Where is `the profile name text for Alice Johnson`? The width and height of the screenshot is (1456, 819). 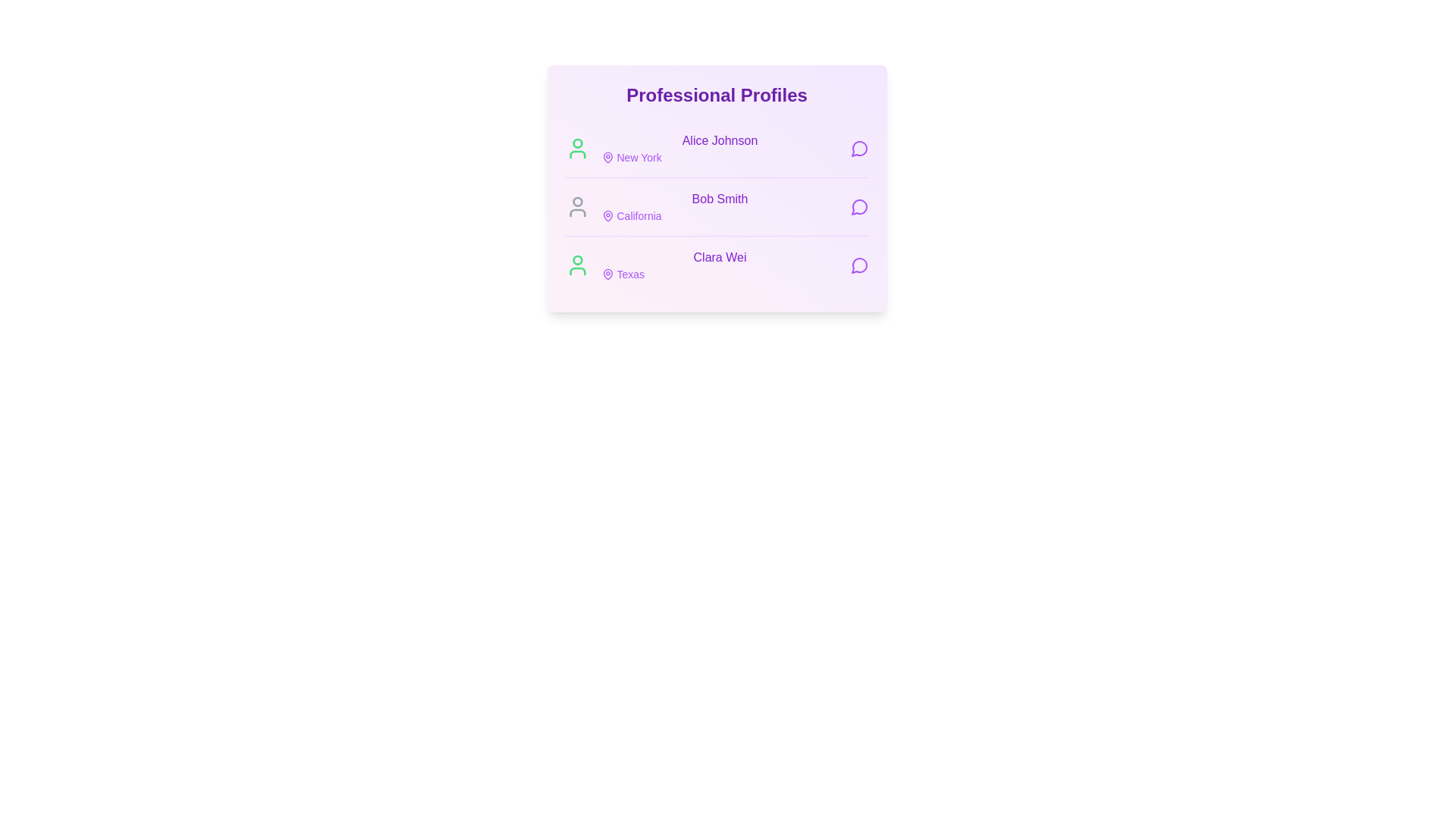 the profile name text for Alice Johnson is located at coordinates (719, 140).